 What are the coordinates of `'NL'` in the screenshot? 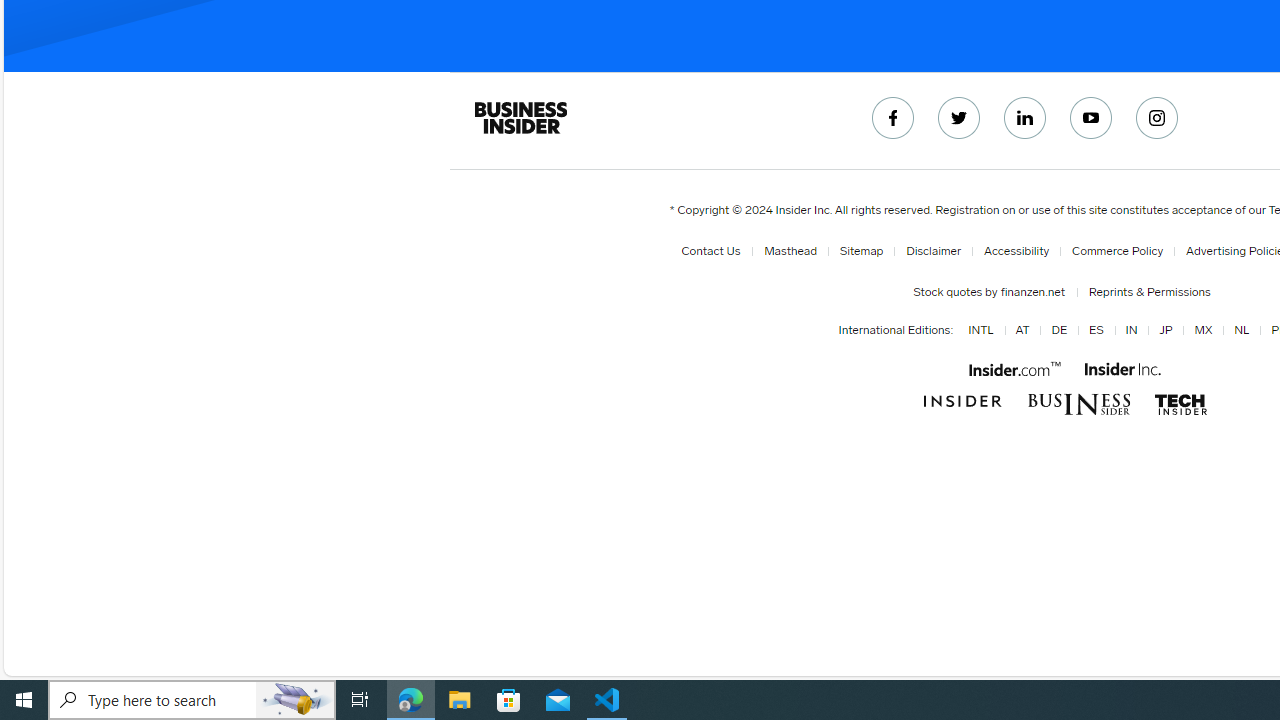 It's located at (1237, 330).